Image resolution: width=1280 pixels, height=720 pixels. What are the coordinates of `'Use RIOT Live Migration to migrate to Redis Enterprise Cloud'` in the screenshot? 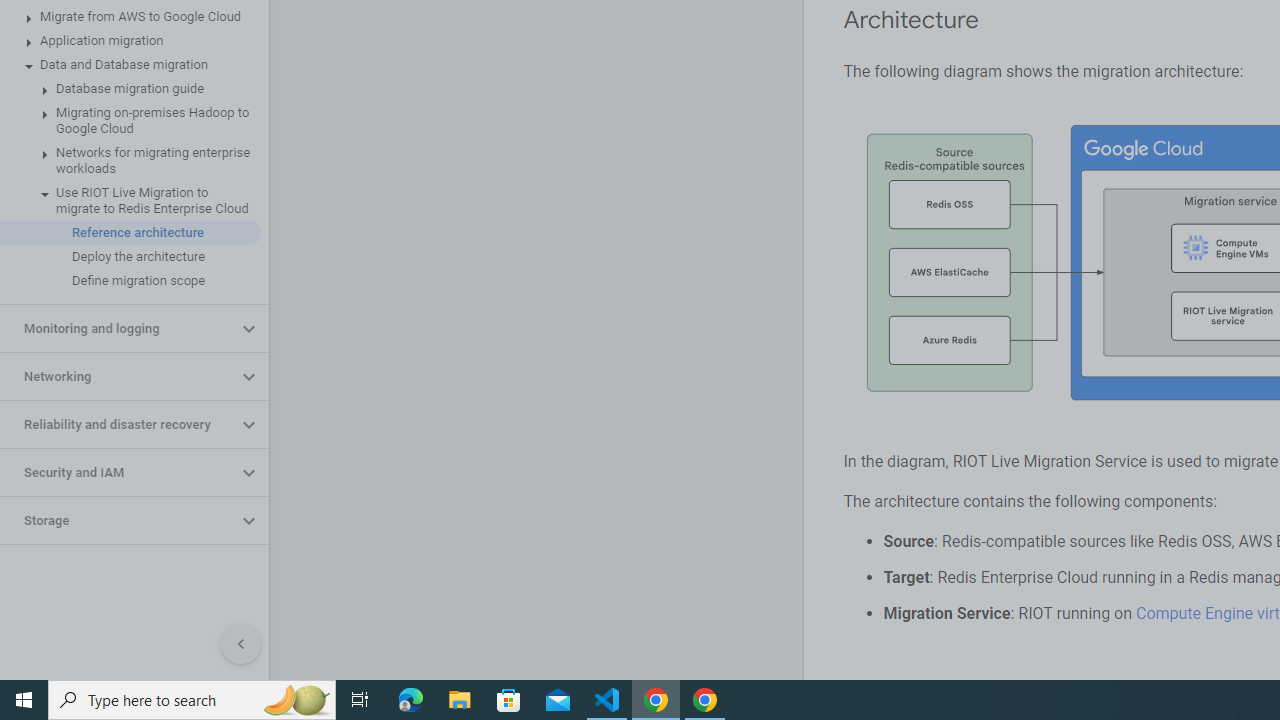 It's located at (129, 200).